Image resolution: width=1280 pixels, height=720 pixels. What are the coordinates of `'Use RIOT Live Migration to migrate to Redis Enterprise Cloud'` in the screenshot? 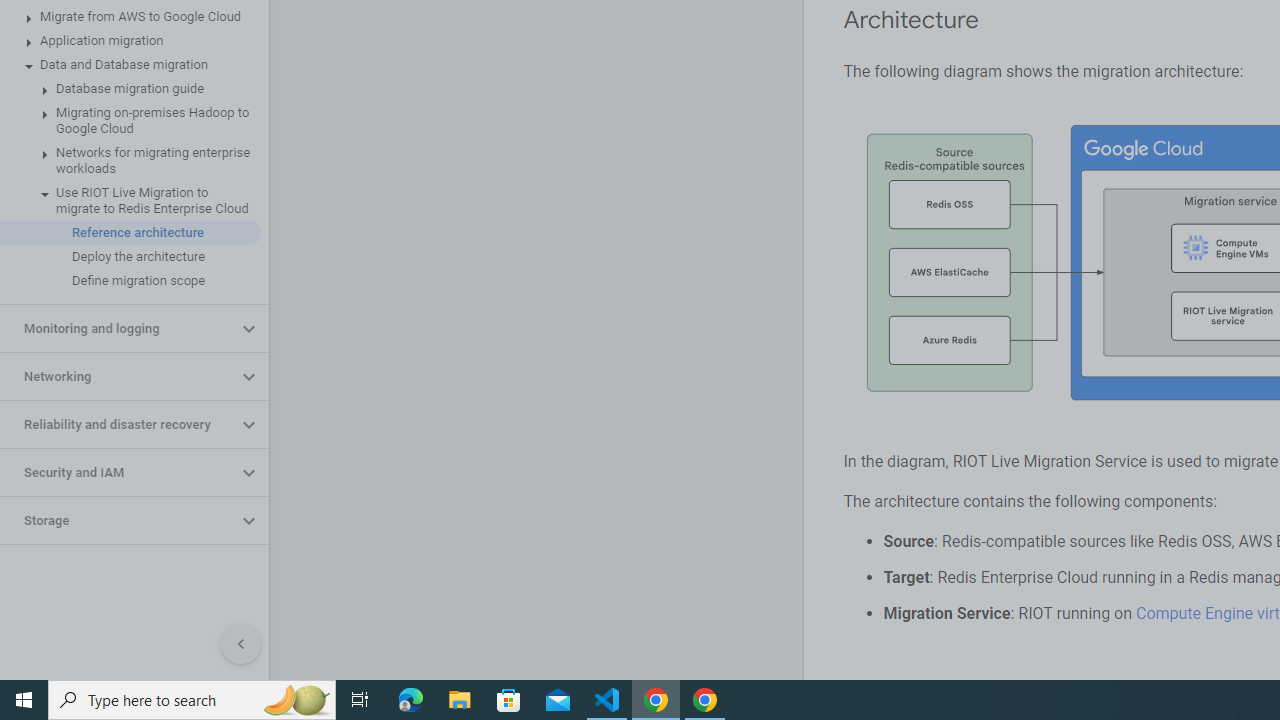 It's located at (129, 200).